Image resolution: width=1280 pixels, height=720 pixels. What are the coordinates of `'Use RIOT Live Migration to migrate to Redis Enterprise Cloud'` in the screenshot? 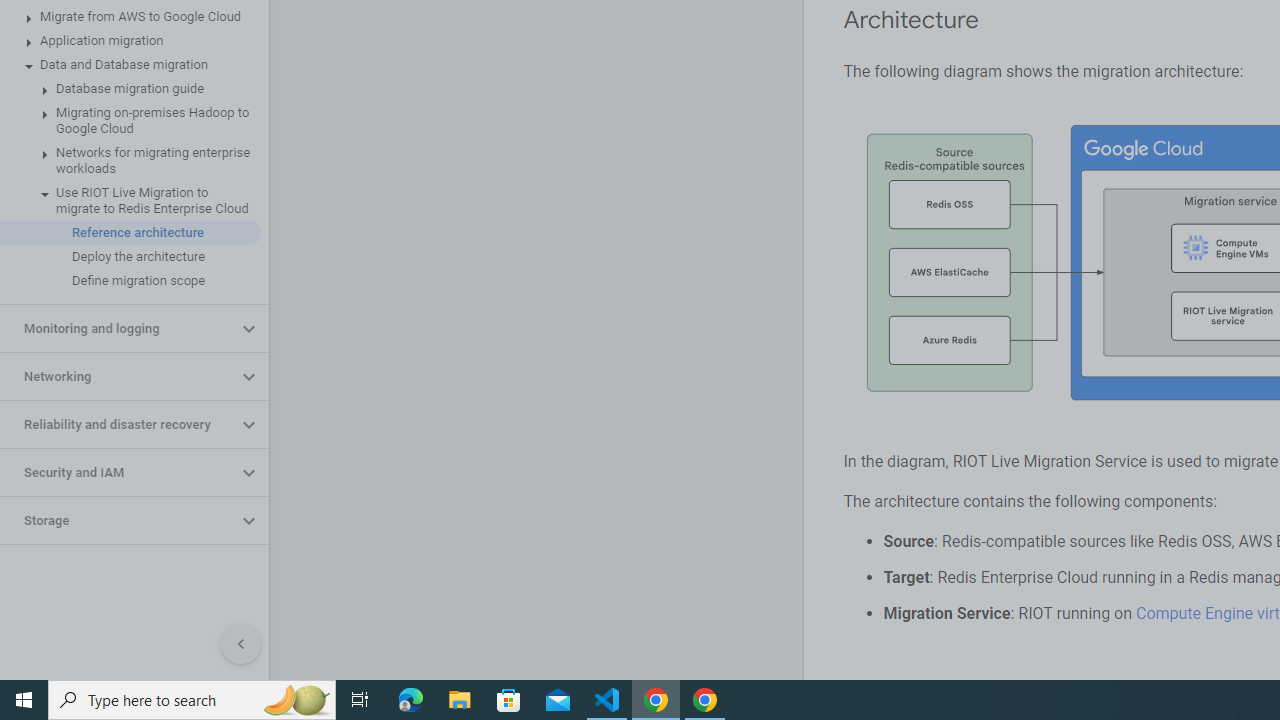 It's located at (129, 200).